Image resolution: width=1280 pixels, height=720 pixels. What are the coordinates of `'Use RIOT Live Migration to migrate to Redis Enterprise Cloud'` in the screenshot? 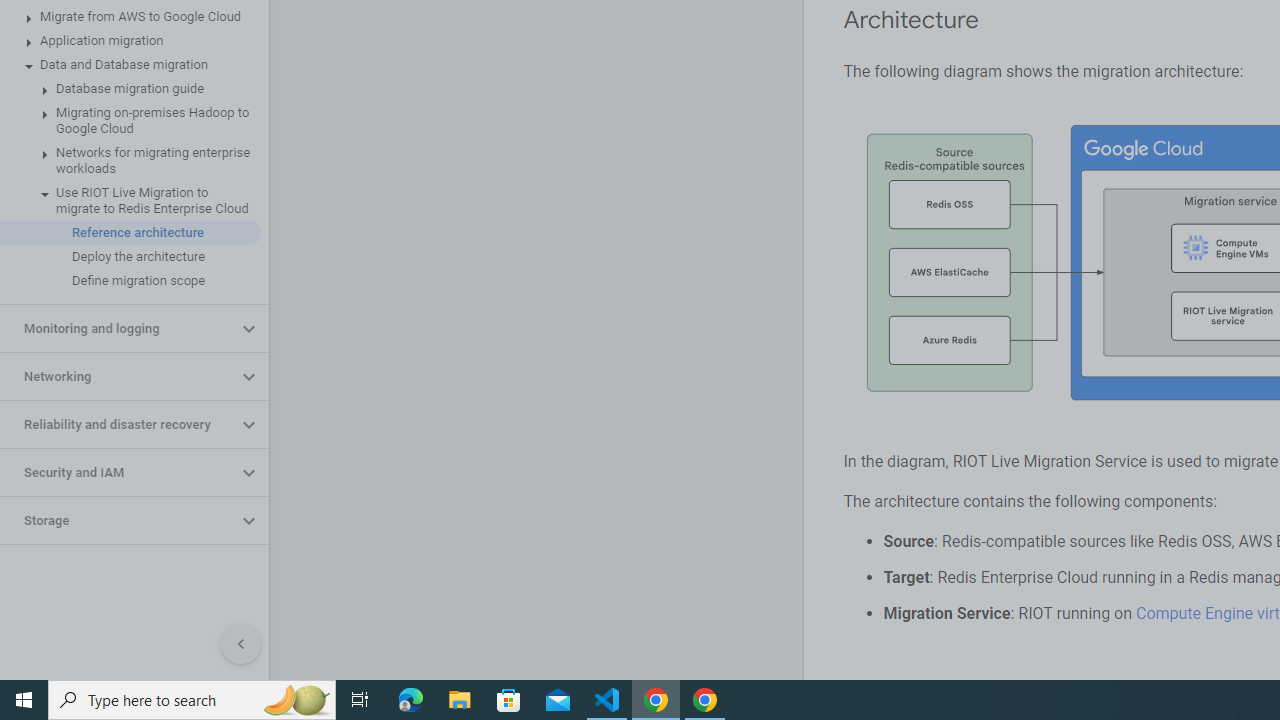 It's located at (129, 200).